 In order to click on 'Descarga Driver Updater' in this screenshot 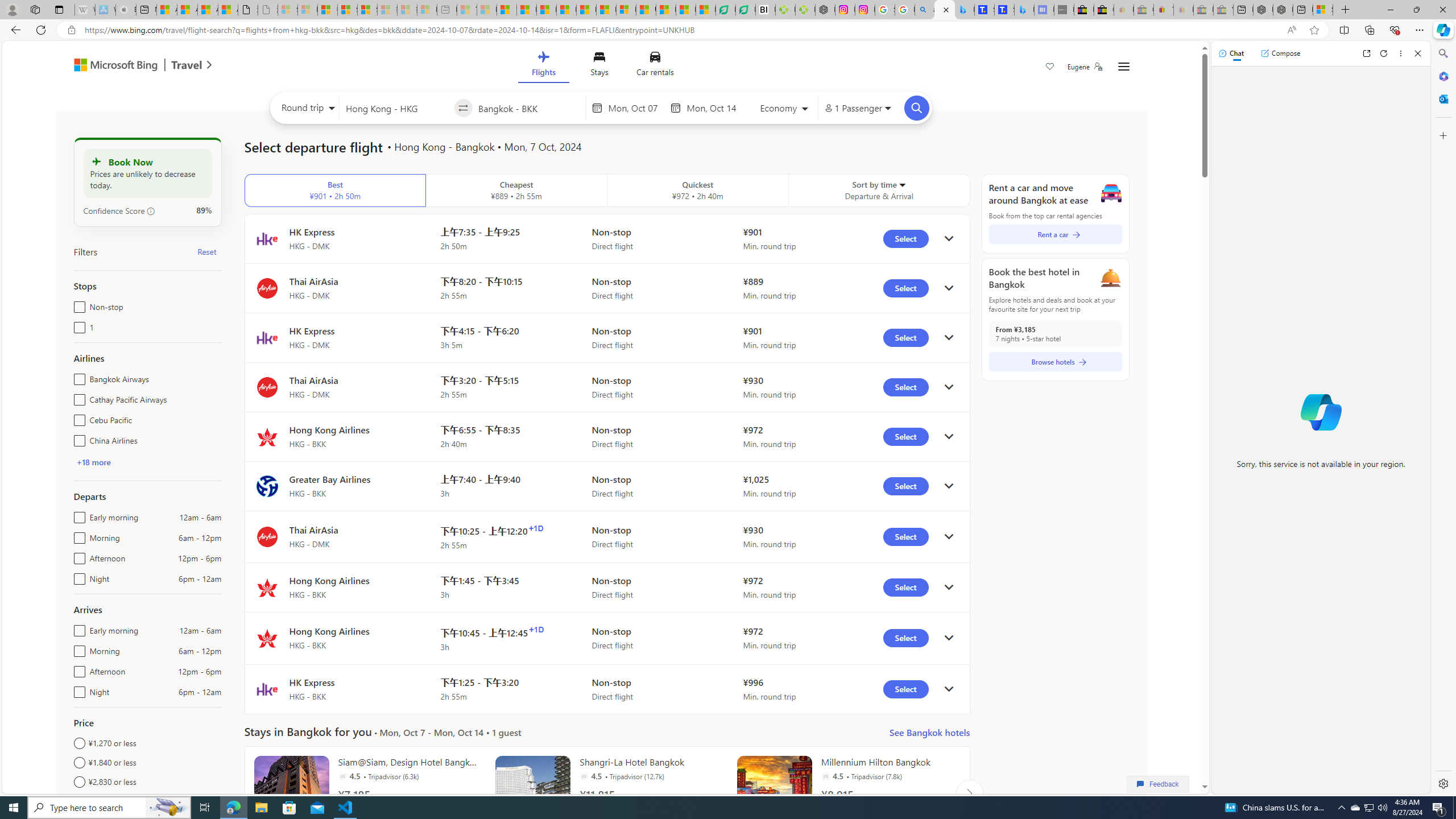, I will do `click(804, 9)`.